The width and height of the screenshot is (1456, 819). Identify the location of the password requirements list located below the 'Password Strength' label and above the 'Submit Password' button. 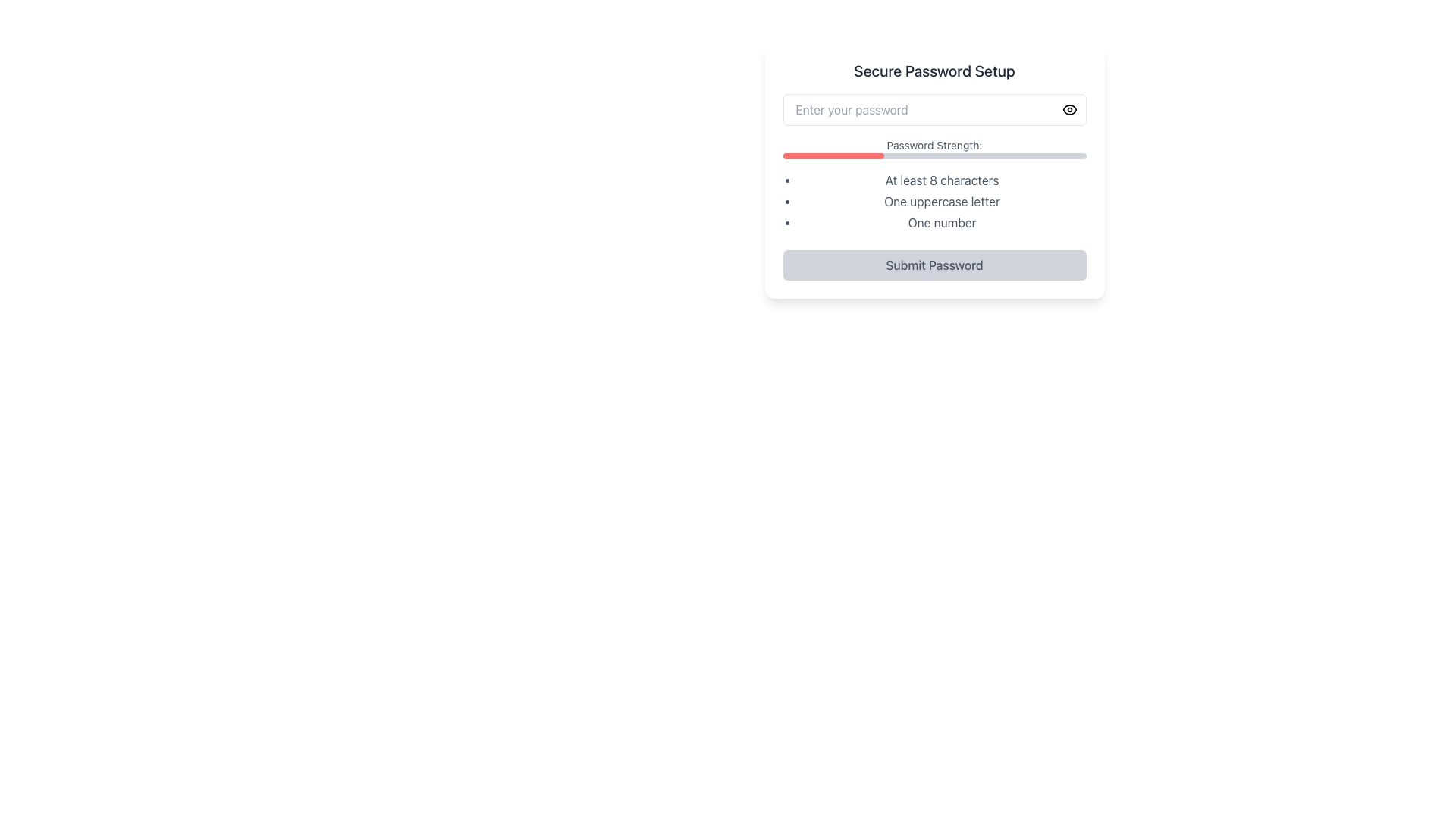
(941, 201).